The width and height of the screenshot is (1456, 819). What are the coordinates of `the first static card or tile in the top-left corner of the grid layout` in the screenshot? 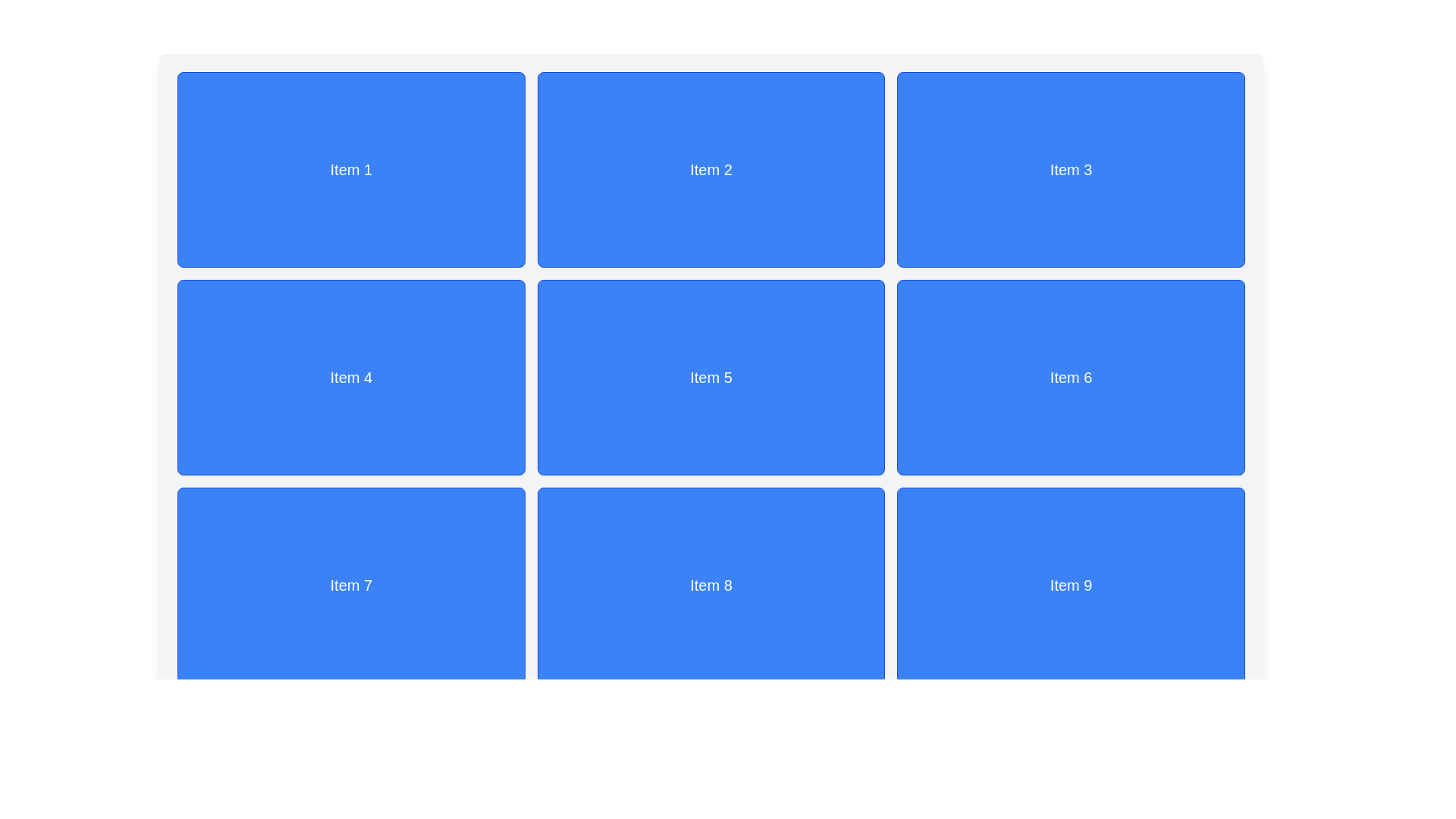 It's located at (350, 169).